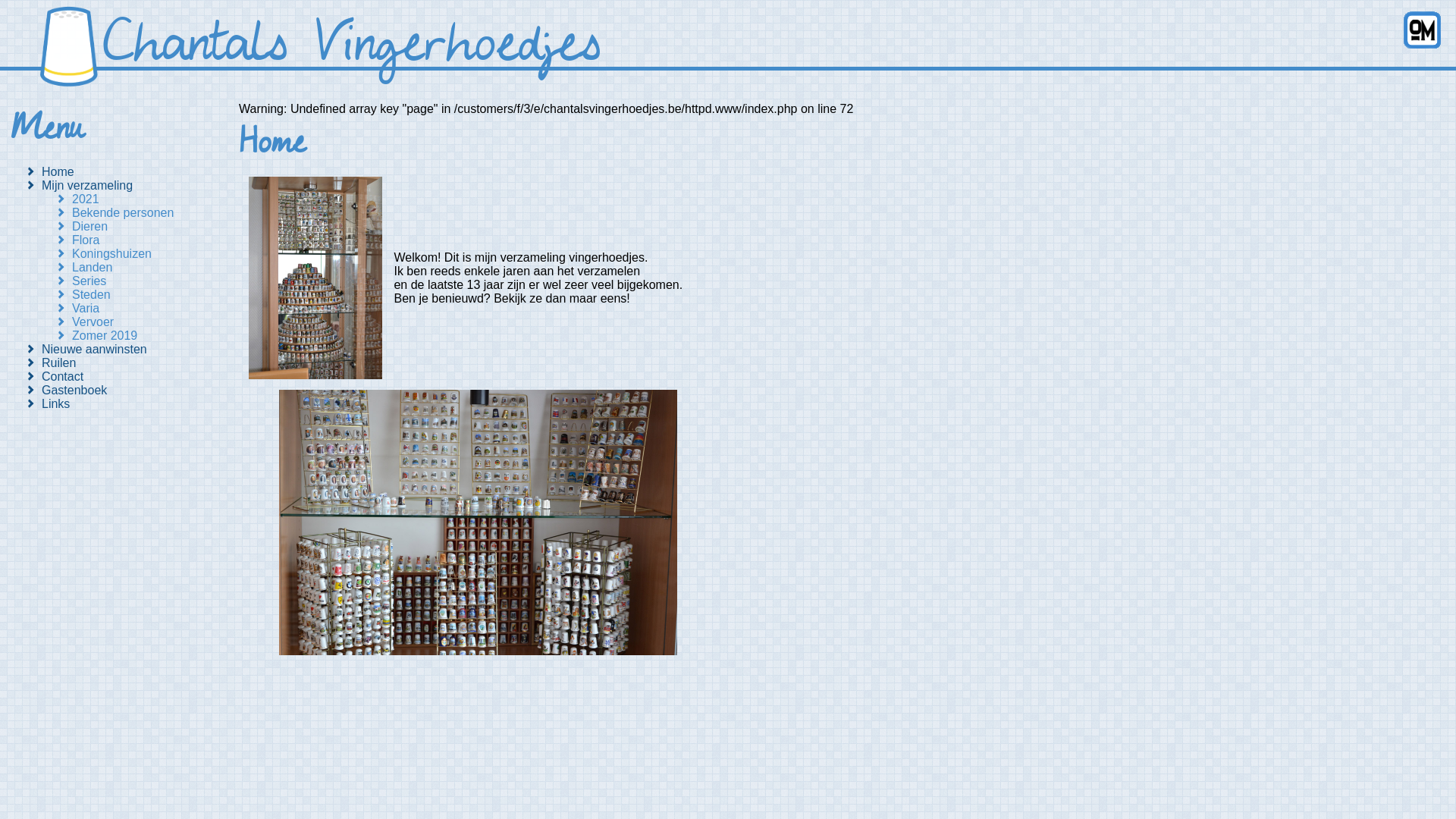  I want to click on 'Zomer 2019', so click(144, 335).